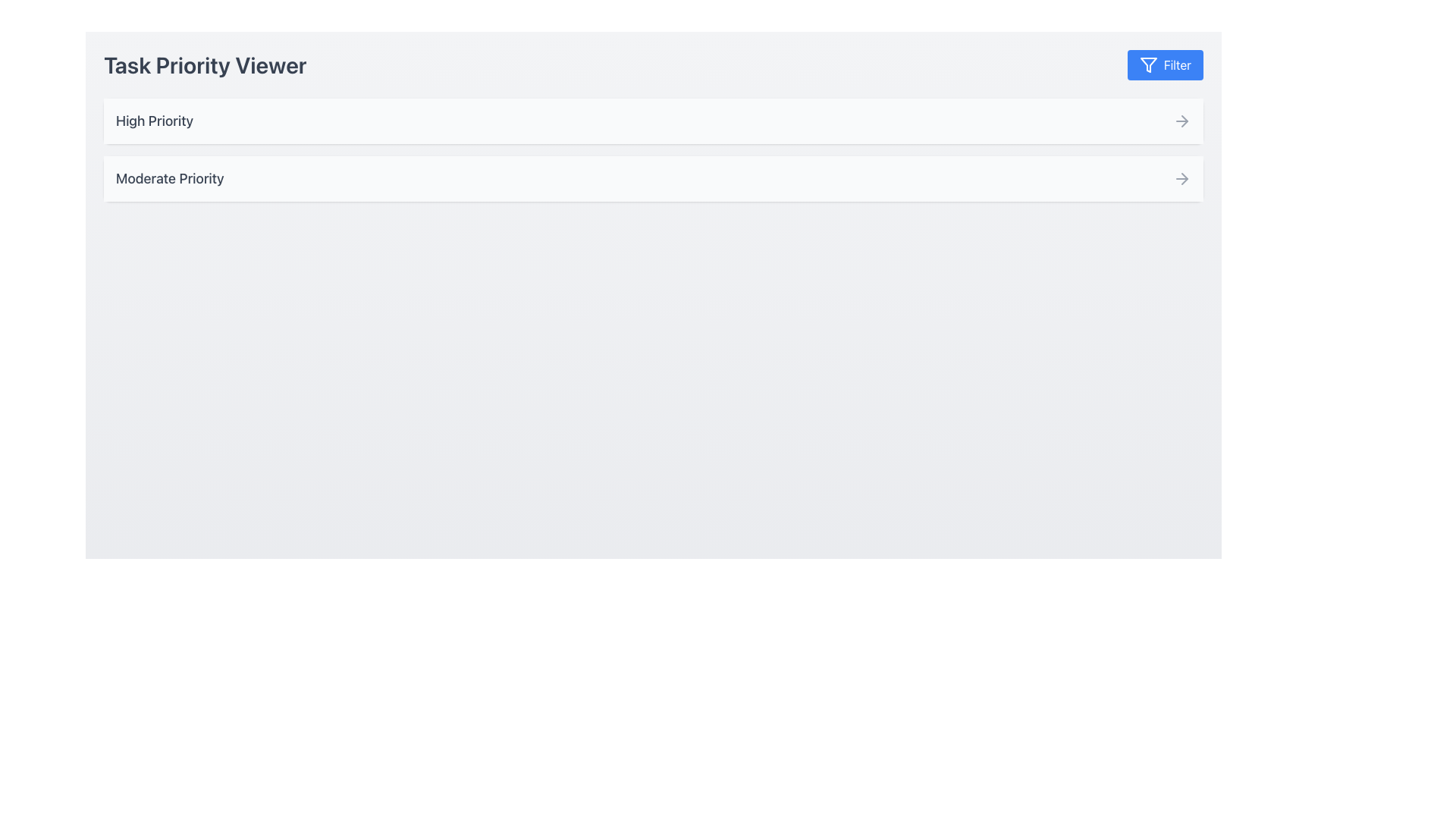  What do you see at coordinates (170, 177) in the screenshot?
I see `the text label indicating a moderate level of urgency, located in the second row of the priority list, below the 'High Priority' item` at bounding box center [170, 177].